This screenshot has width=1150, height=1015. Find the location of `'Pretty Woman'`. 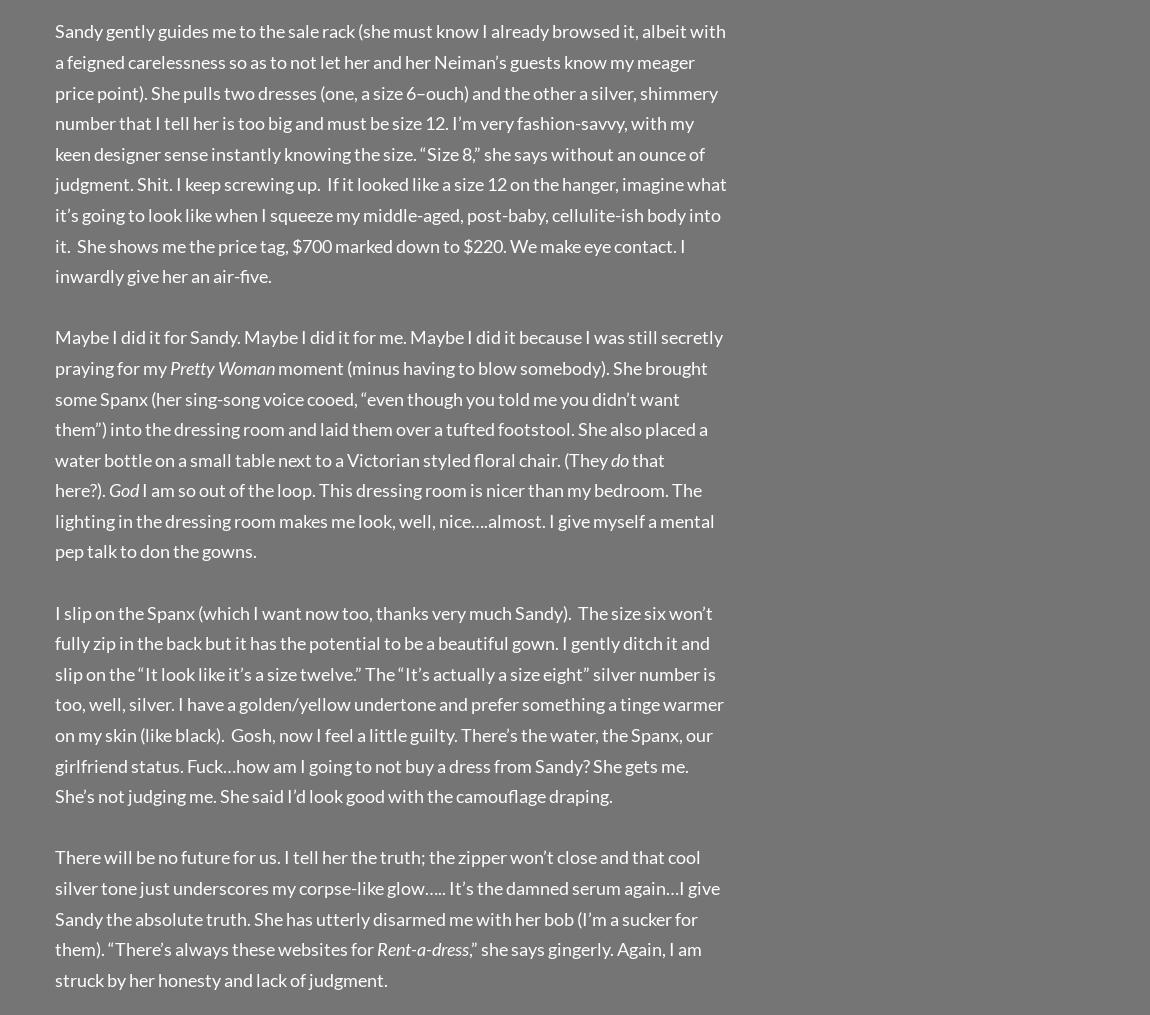

'Pretty Woman' is located at coordinates (223, 367).